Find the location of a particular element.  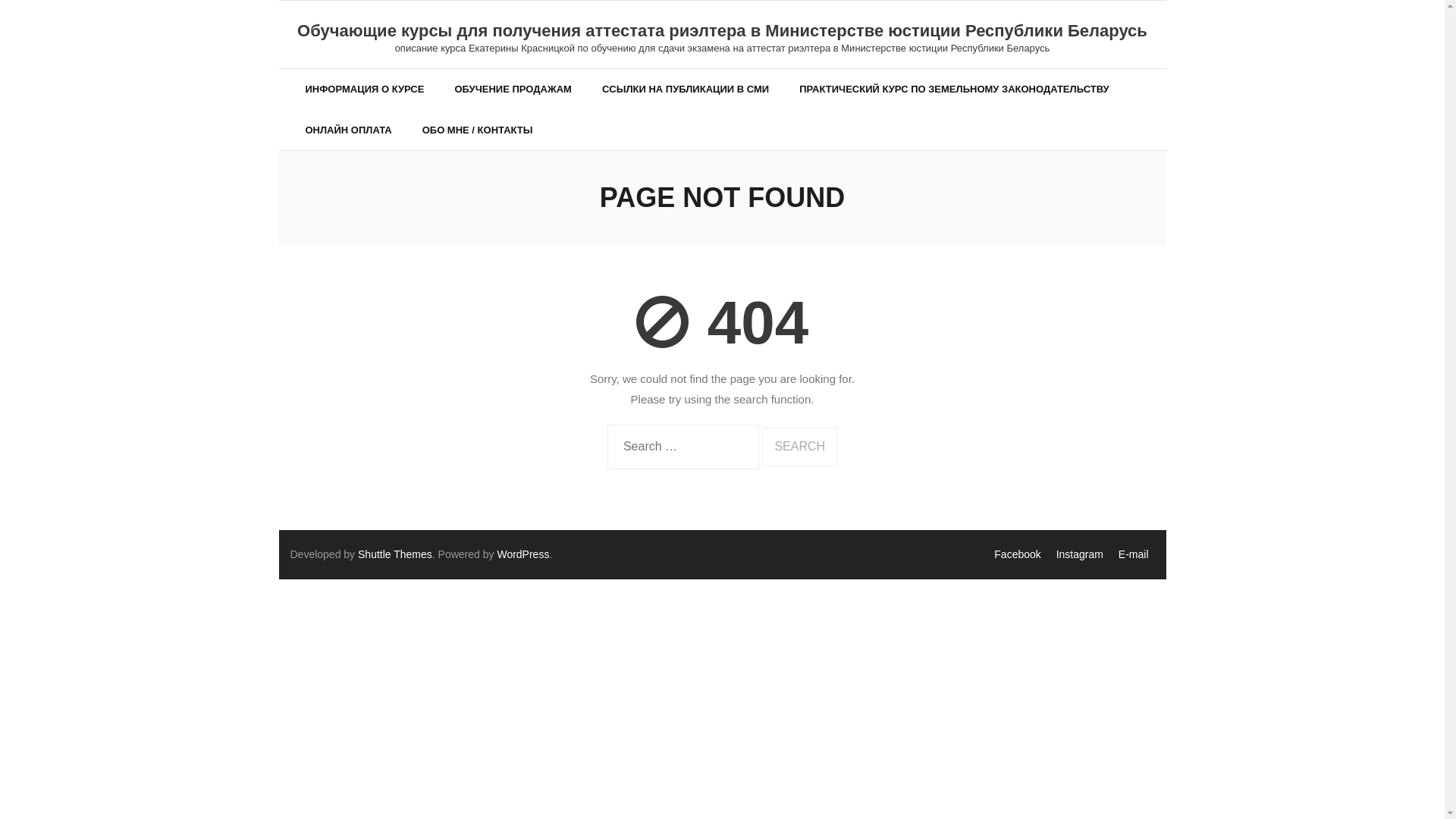

'Search' is located at coordinates (799, 446).